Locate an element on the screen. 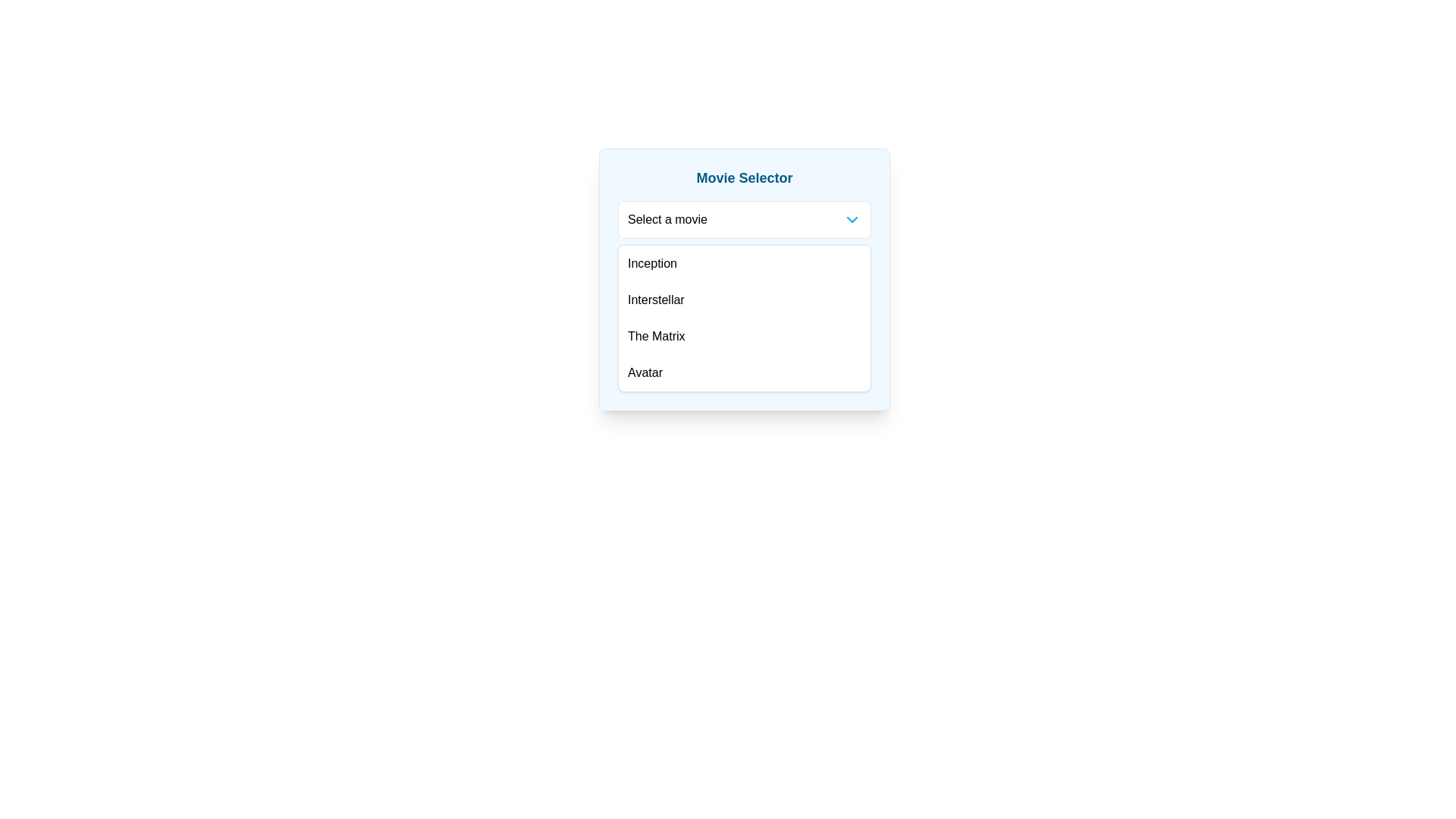 This screenshot has width=1456, height=819. the fourth item in the dropdown menu representing the movie 'Avatar' is located at coordinates (745, 373).